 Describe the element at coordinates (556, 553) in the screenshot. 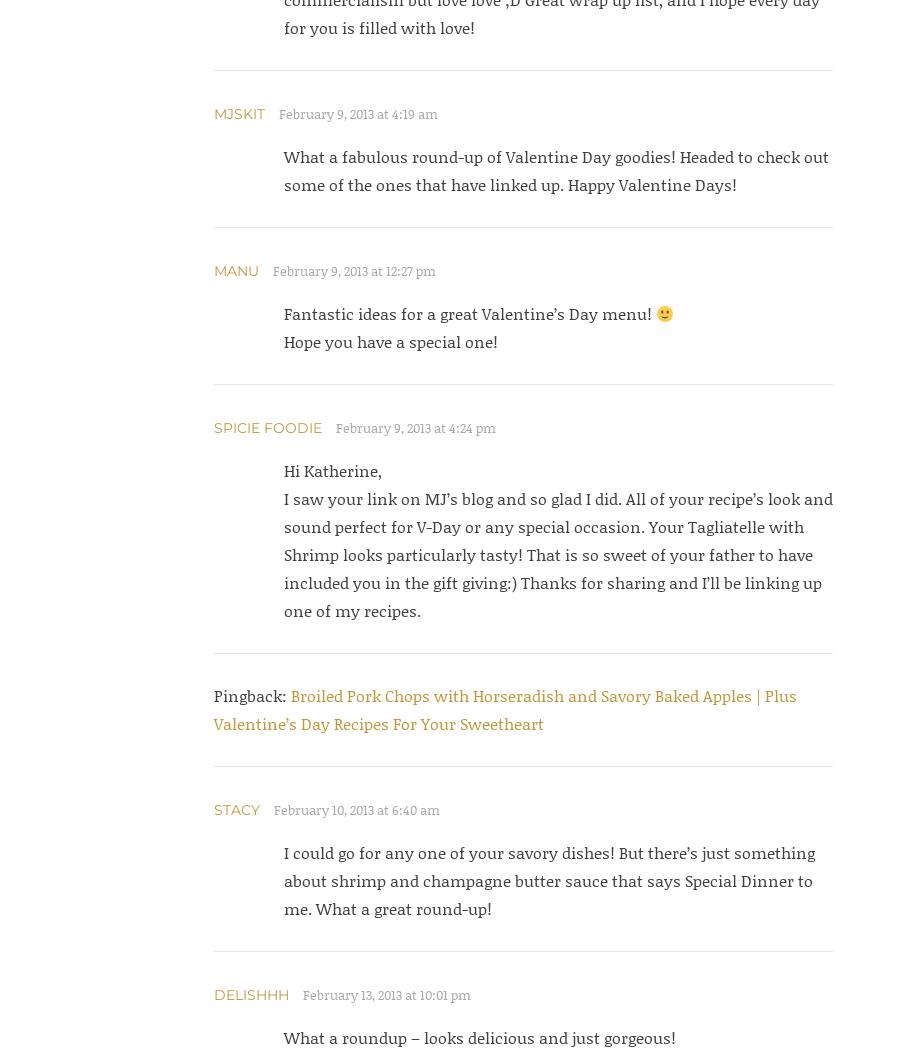

I see `'I saw your link on MJ’s blog and so glad I did. All of your recipe’s look and sound perfect for V-Day or any special occasion. Your Tagliatelle with Shrimp looks particularly tasty! That is so sweet of your father to have included you in the gift giving:) Thanks for sharing and I’ll be linking up one of my recipes.'` at that location.